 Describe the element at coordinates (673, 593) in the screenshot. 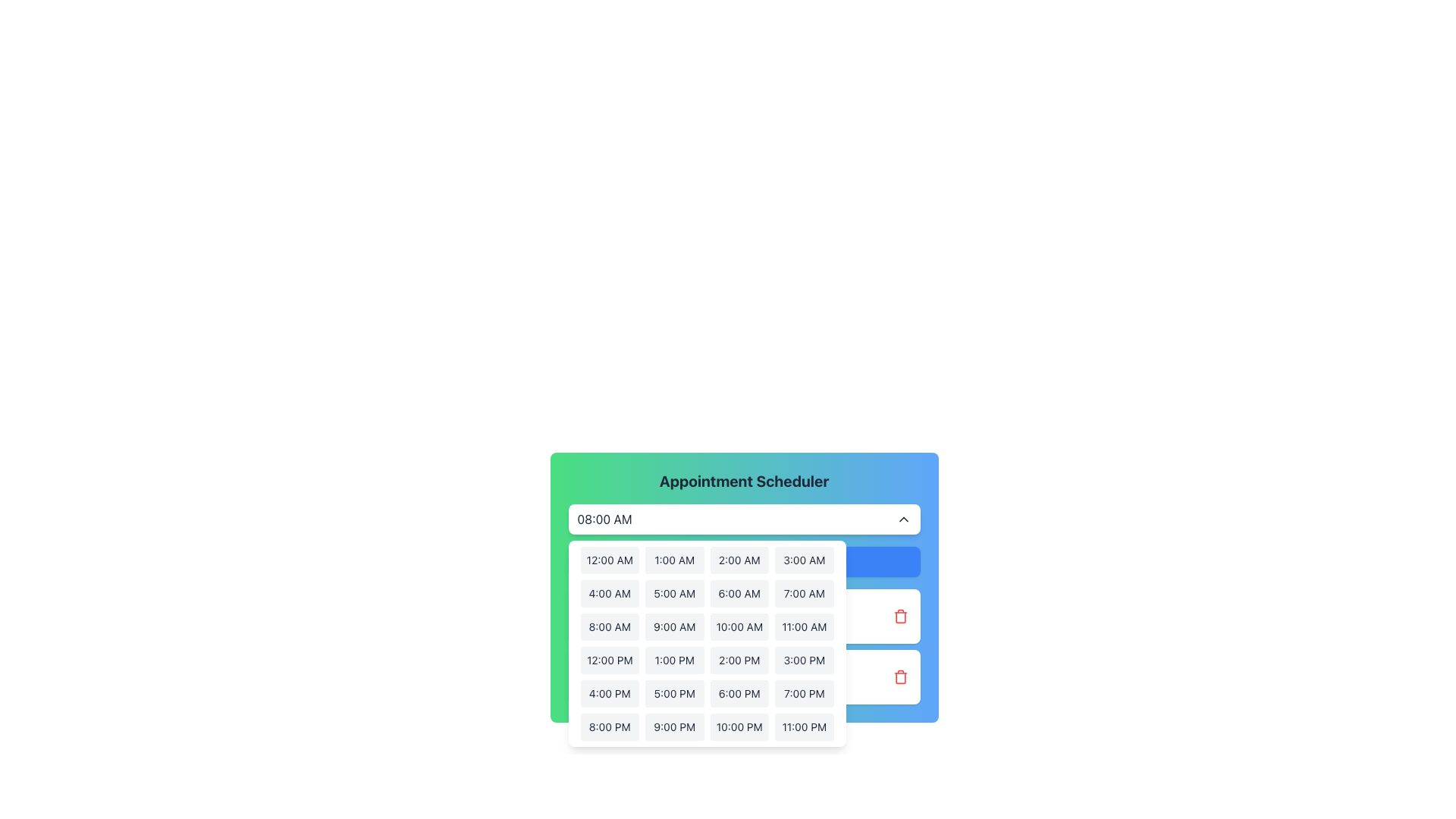

I see `the small rectangular button labeled '5:00 AM' to observe the background color change to green` at that location.